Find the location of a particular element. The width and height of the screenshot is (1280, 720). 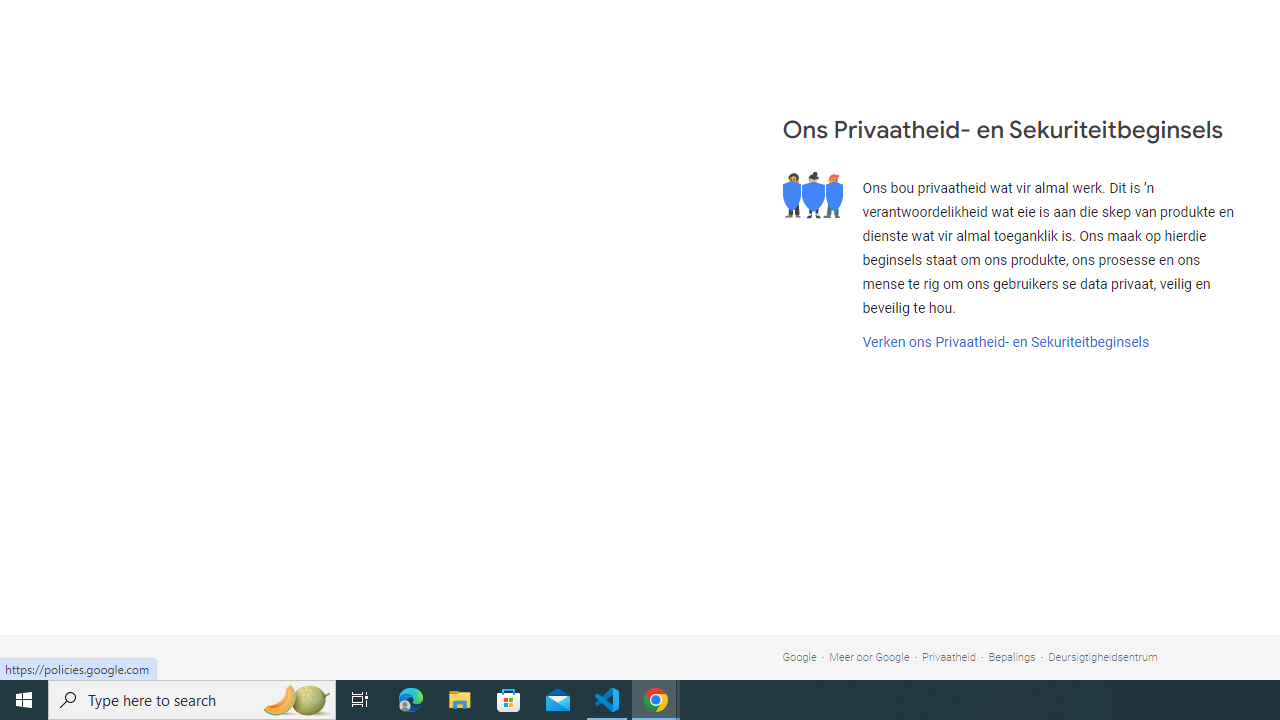

'Meer oor Google' is located at coordinates (869, 657).